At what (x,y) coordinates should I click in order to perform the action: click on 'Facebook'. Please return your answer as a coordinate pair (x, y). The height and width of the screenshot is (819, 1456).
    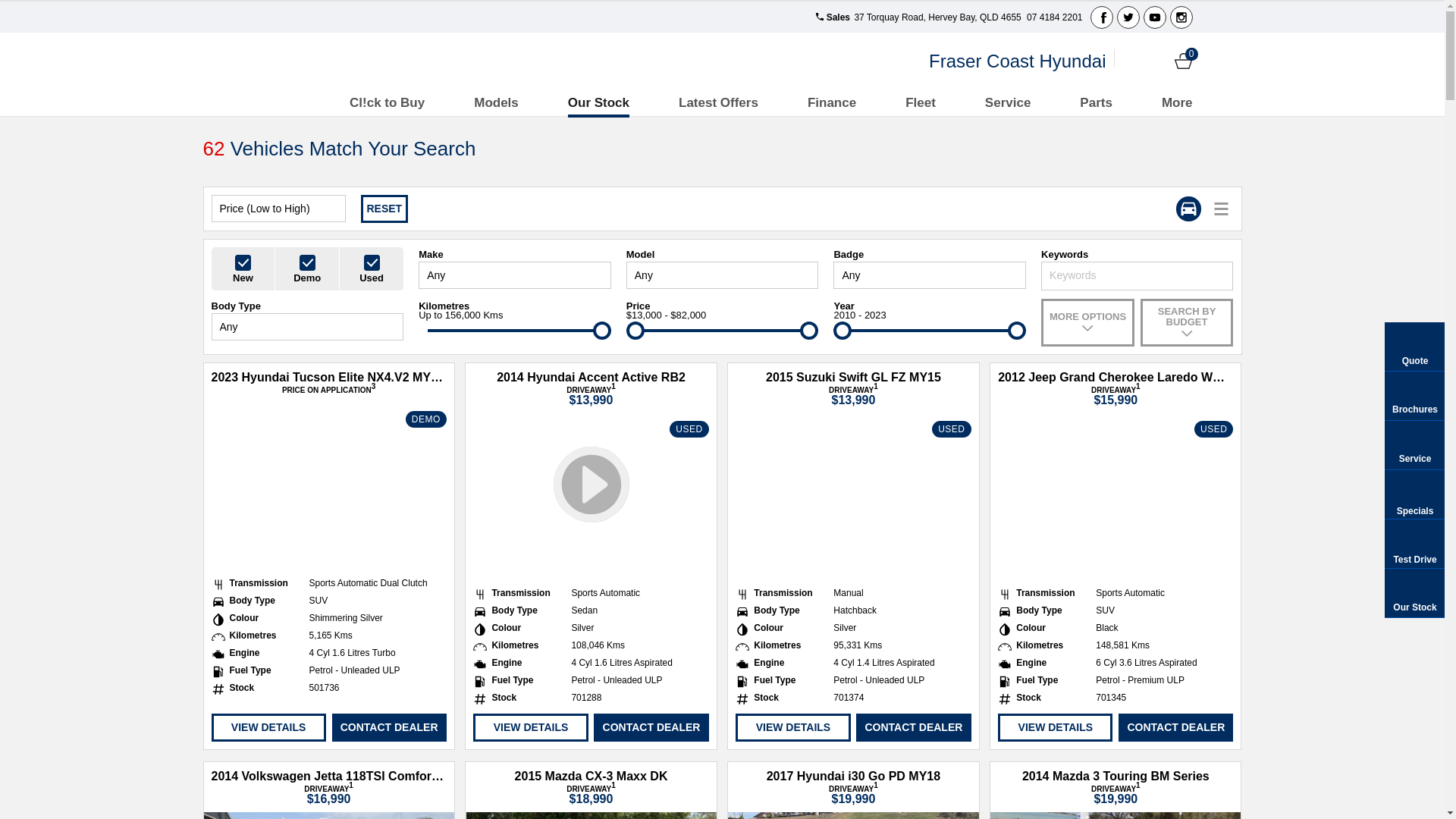
    Looking at the image, I should click on (1090, 17).